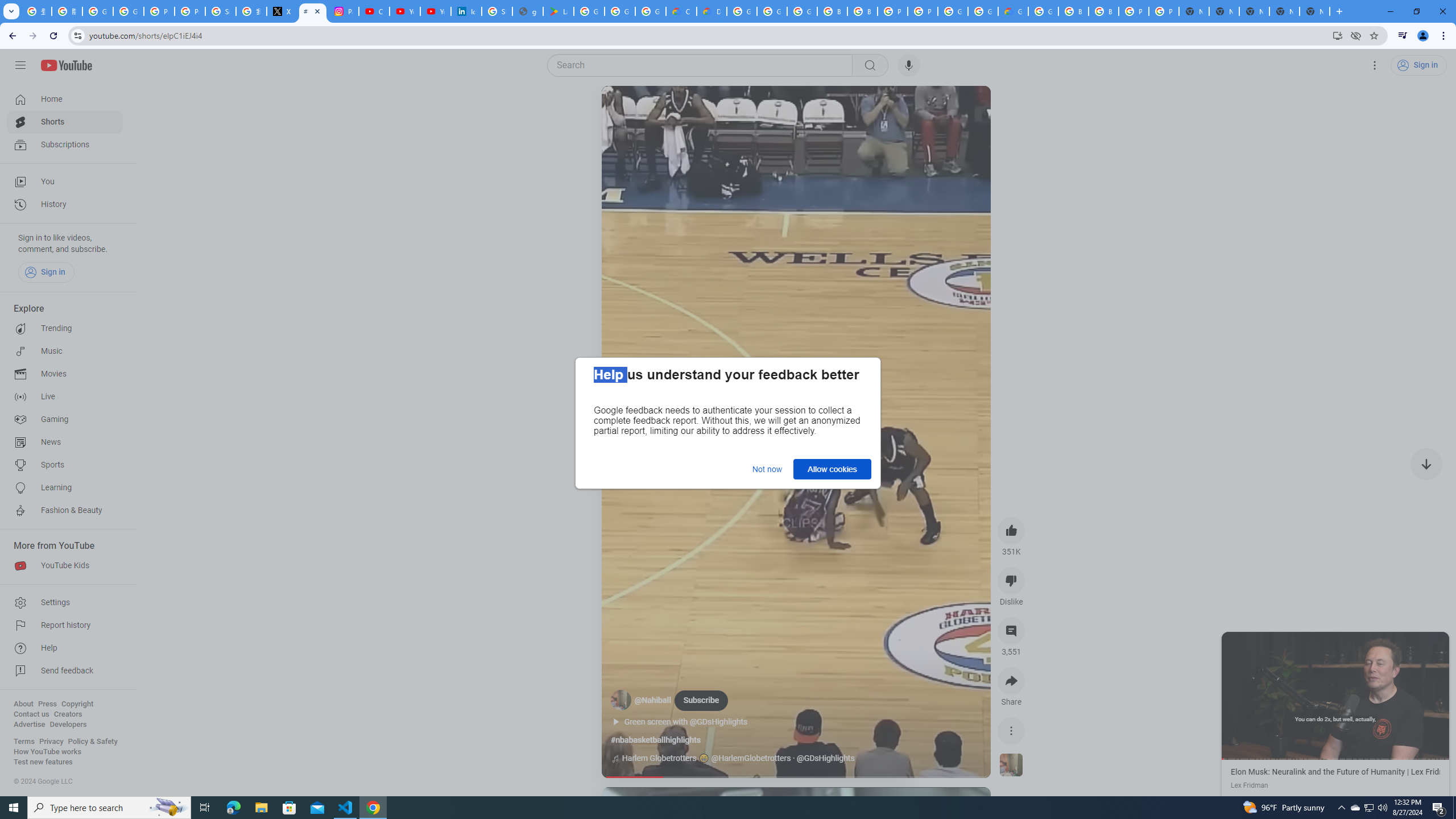 The width and height of the screenshot is (1456, 819). What do you see at coordinates (983, 11) in the screenshot?
I see `'Google Cloud Platform'` at bounding box center [983, 11].